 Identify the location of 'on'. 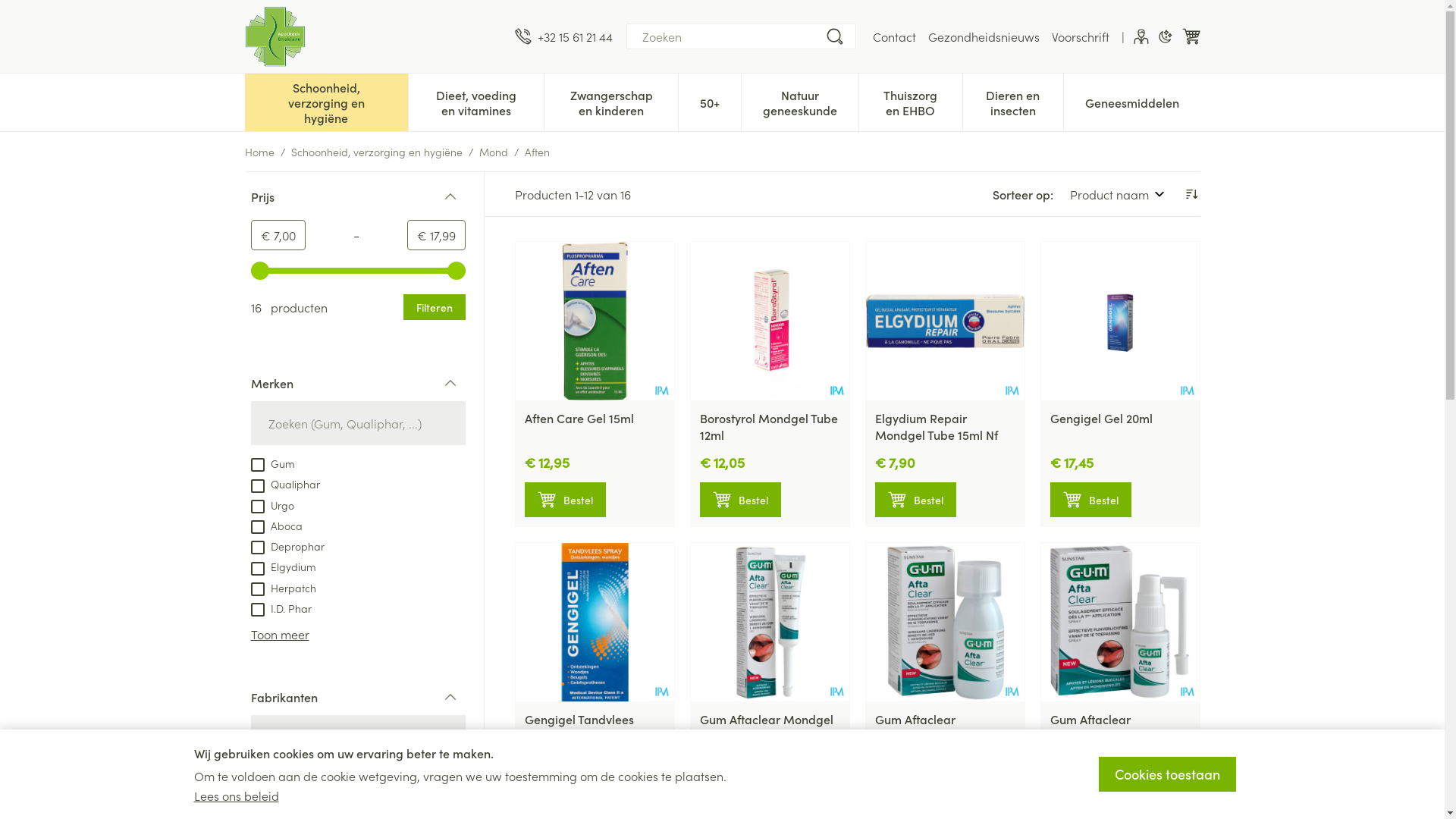
(250, 526).